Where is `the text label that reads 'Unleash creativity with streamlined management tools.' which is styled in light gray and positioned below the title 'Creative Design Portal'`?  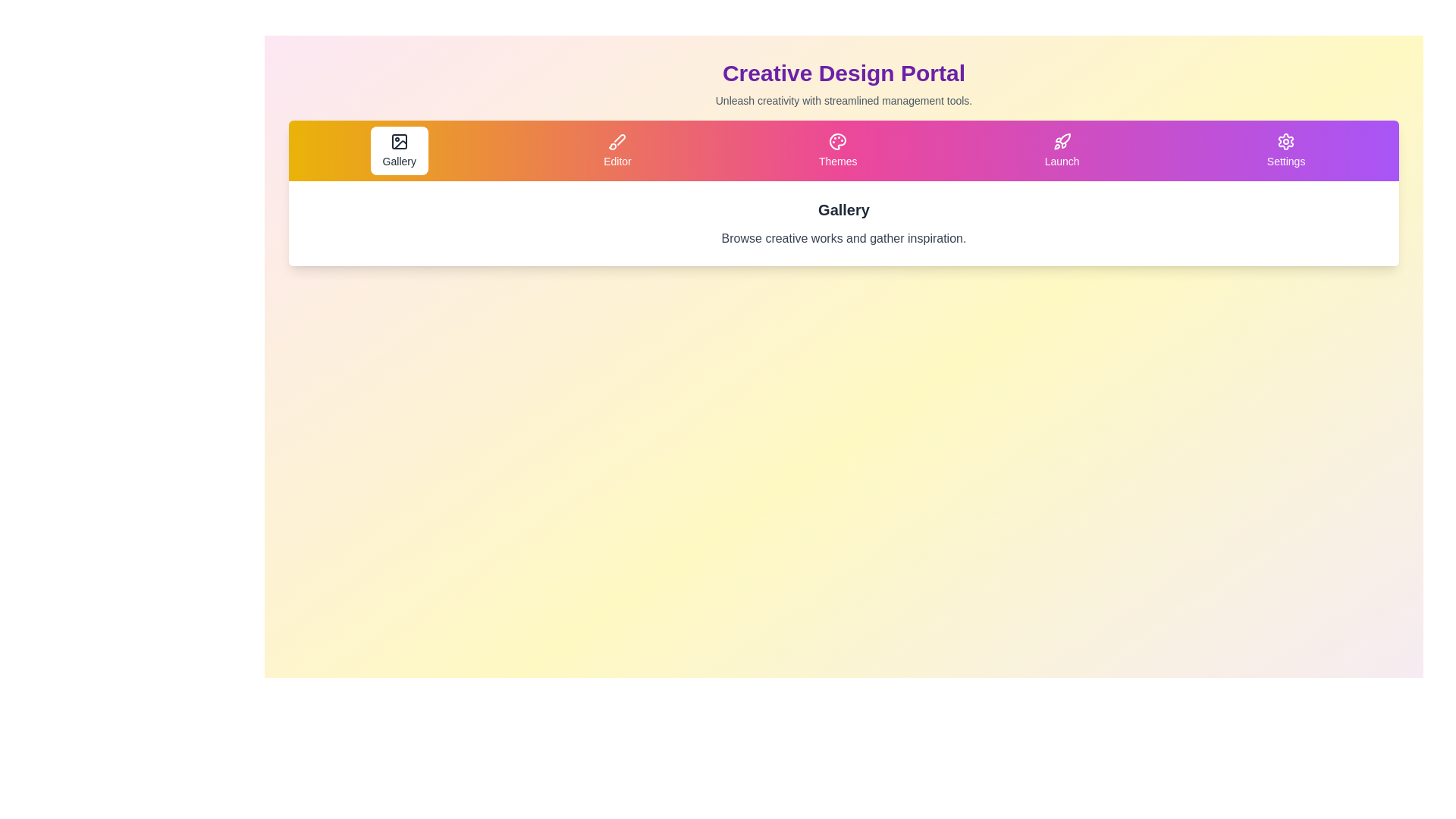 the text label that reads 'Unleash creativity with streamlined management tools.' which is styled in light gray and positioned below the title 'Creative Design Portal' is located at coordinates (843, 100).